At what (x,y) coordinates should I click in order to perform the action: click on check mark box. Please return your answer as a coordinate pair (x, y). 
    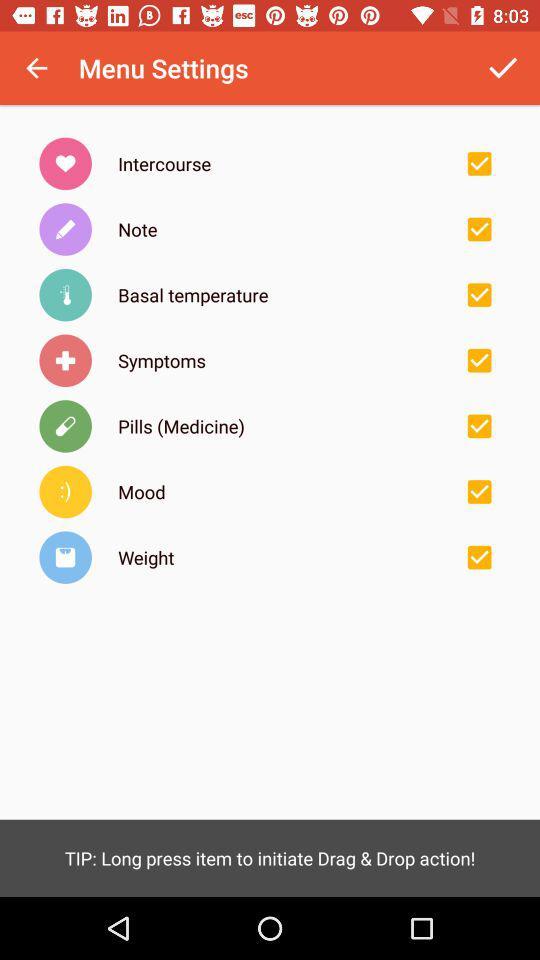
    Looking at the image, I should click on (478, 229).